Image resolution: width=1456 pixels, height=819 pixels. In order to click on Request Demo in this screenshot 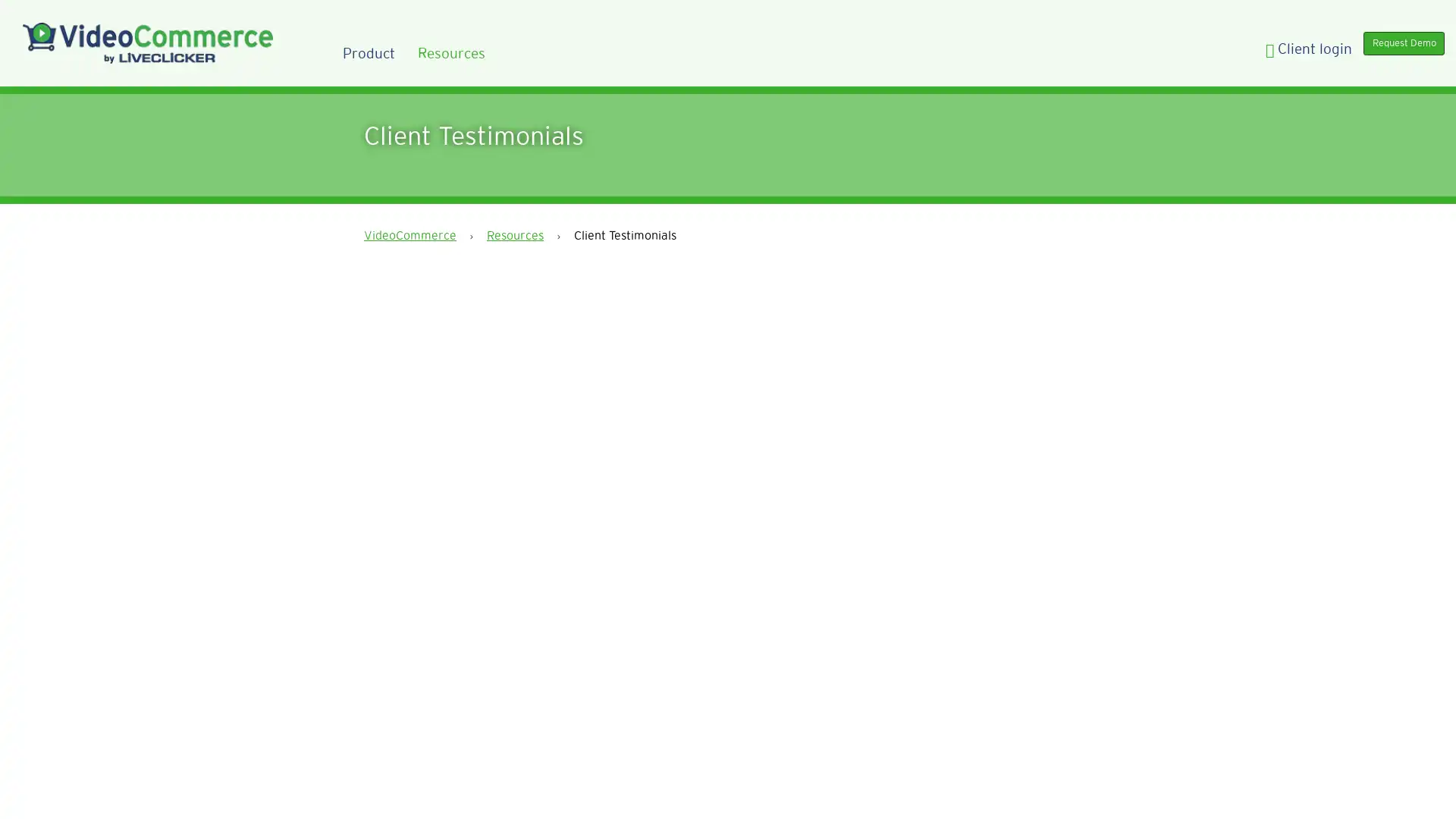, I will do `click(1392, 47)`.